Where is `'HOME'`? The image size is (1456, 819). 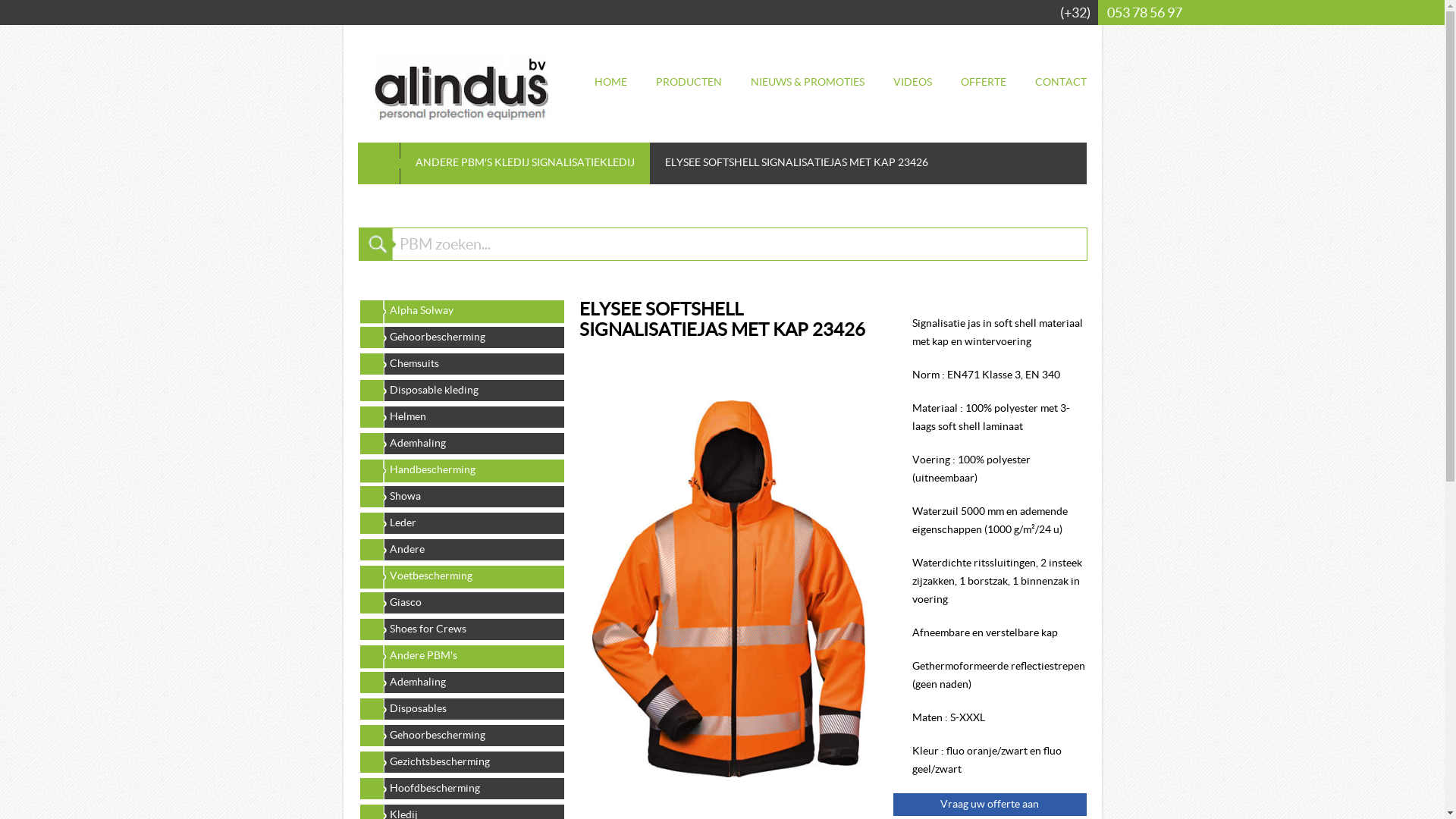
'HOME' is located at coordinates (610, 82).